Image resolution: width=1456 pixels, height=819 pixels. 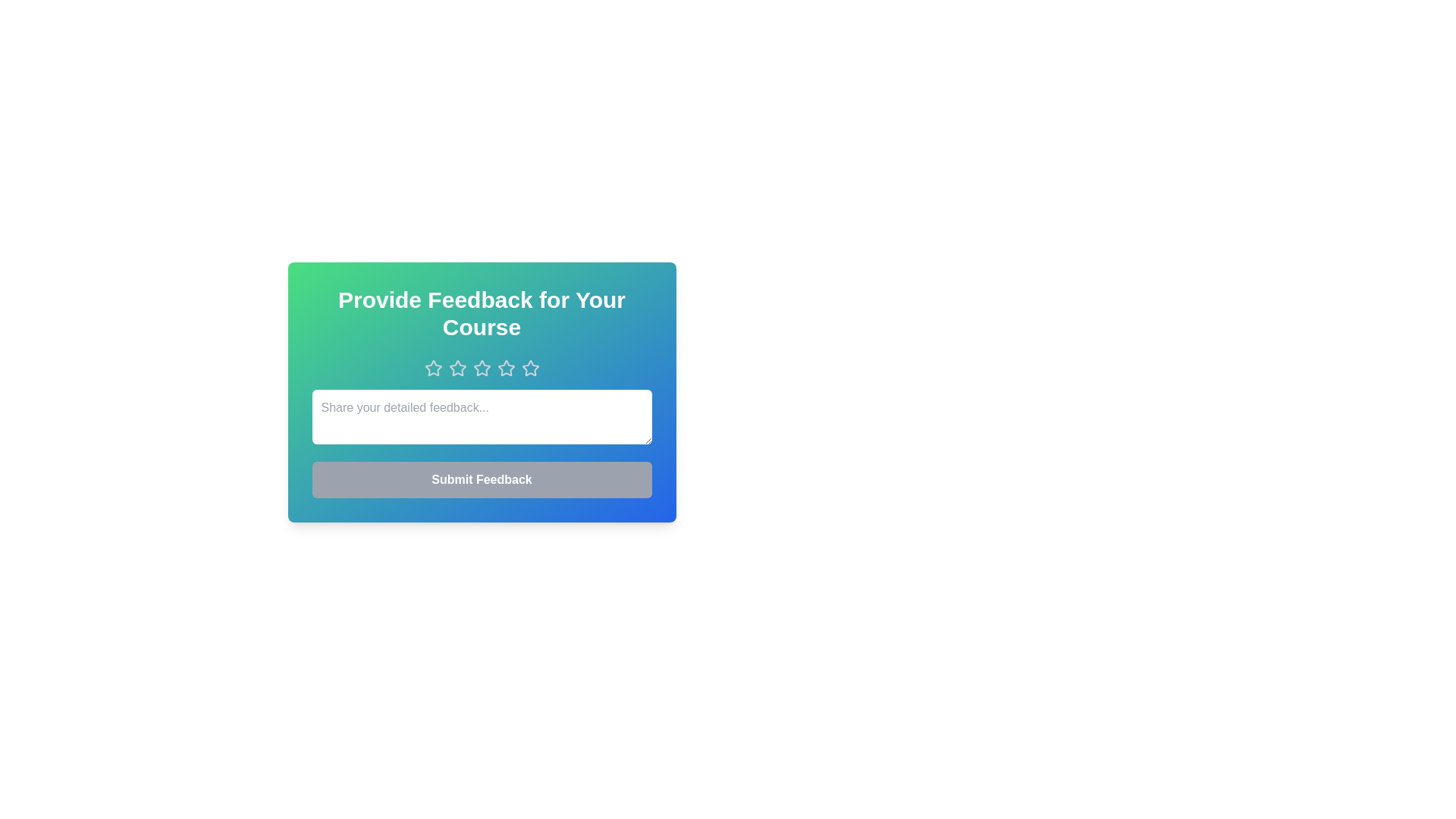 What do you see at coordinates (530, 369) in the screenshot?
I see `the star corresponding to the rating 5 to set it` at bounding box center [530, 369].